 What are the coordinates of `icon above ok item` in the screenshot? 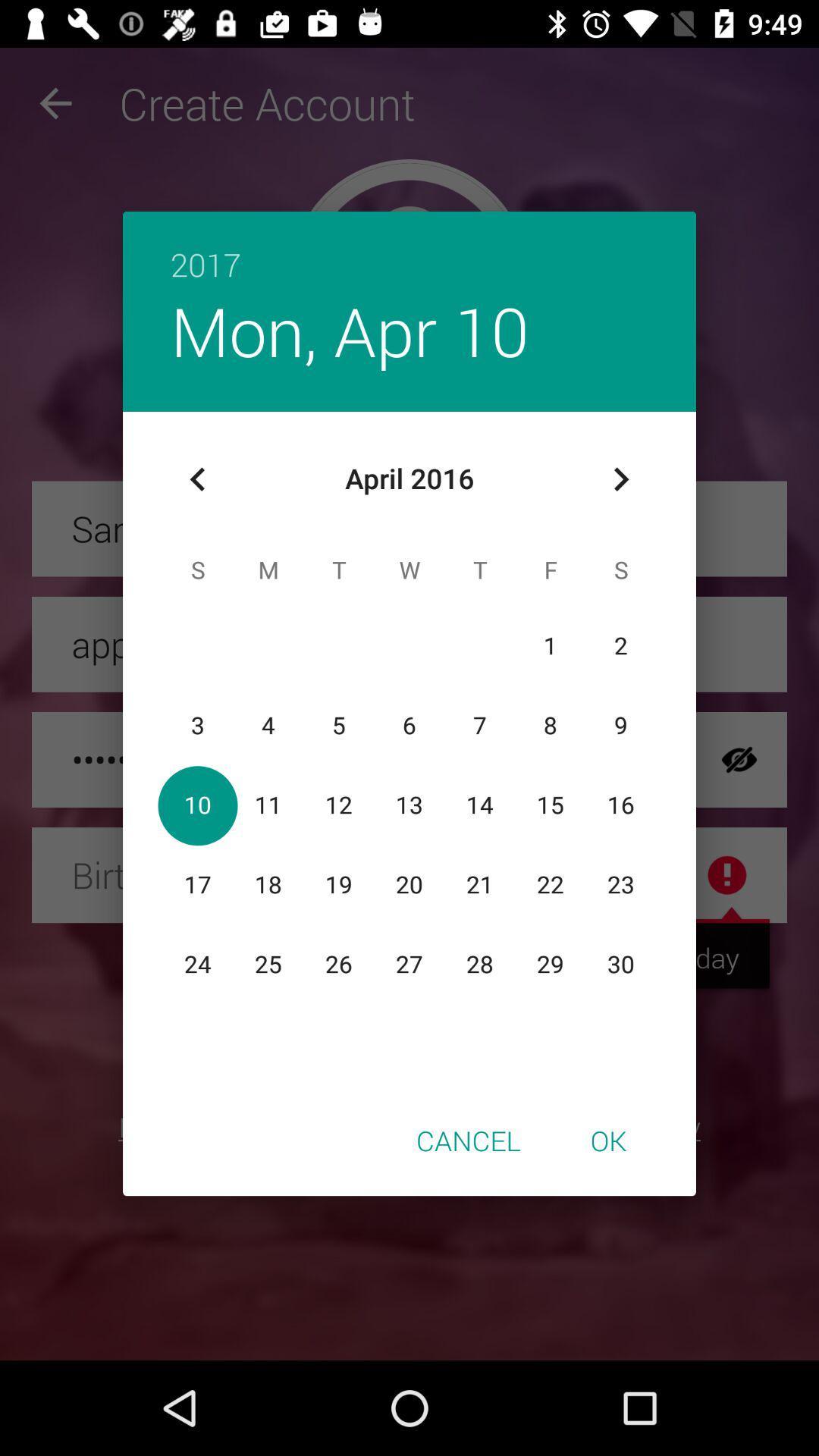 It's located at (620, 479).